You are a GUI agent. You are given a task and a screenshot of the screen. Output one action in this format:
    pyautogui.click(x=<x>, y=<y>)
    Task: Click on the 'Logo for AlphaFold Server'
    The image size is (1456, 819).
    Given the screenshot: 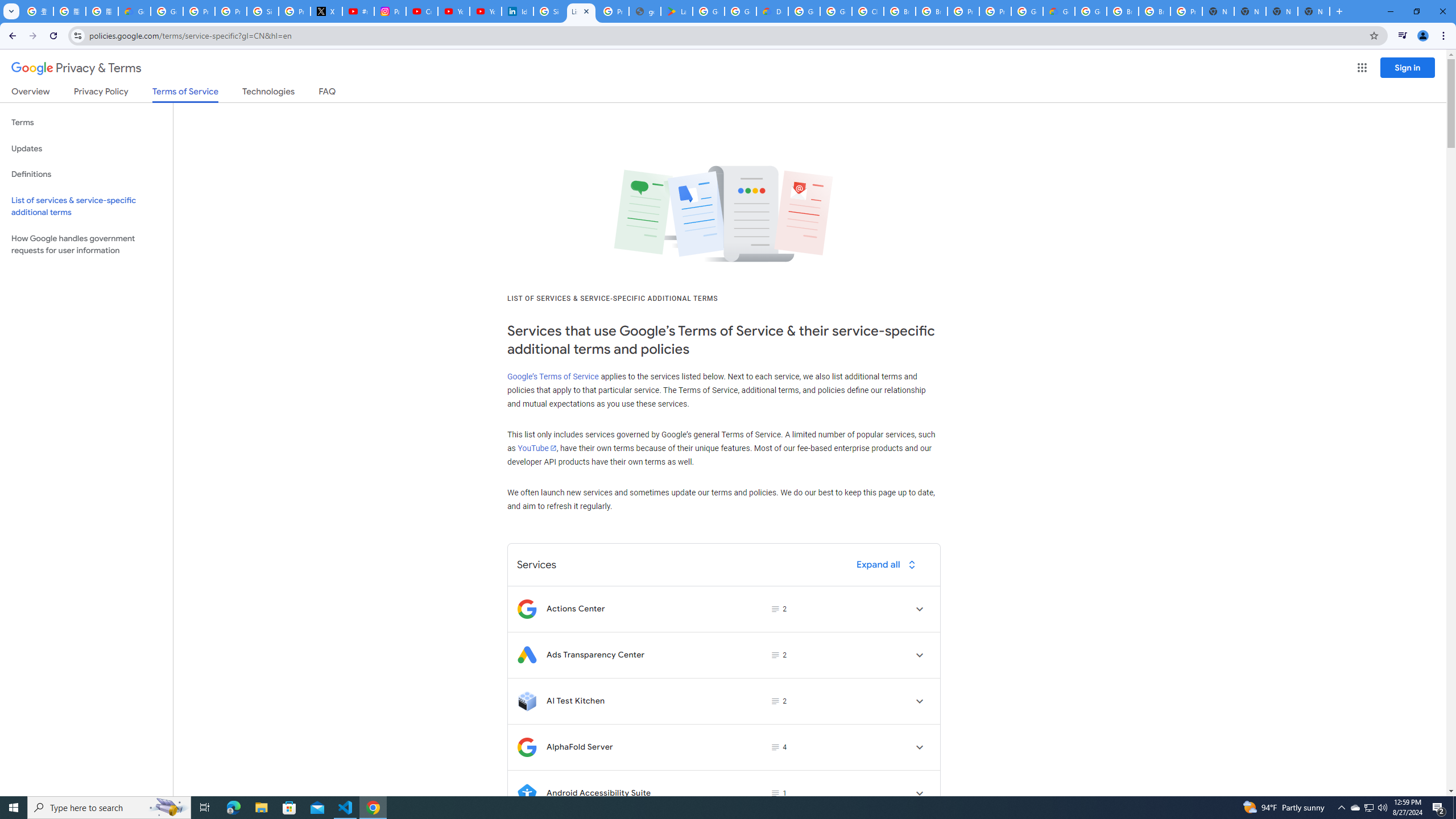 What is the action you would take?
    pyautogui.click(x=526, y=747)
    